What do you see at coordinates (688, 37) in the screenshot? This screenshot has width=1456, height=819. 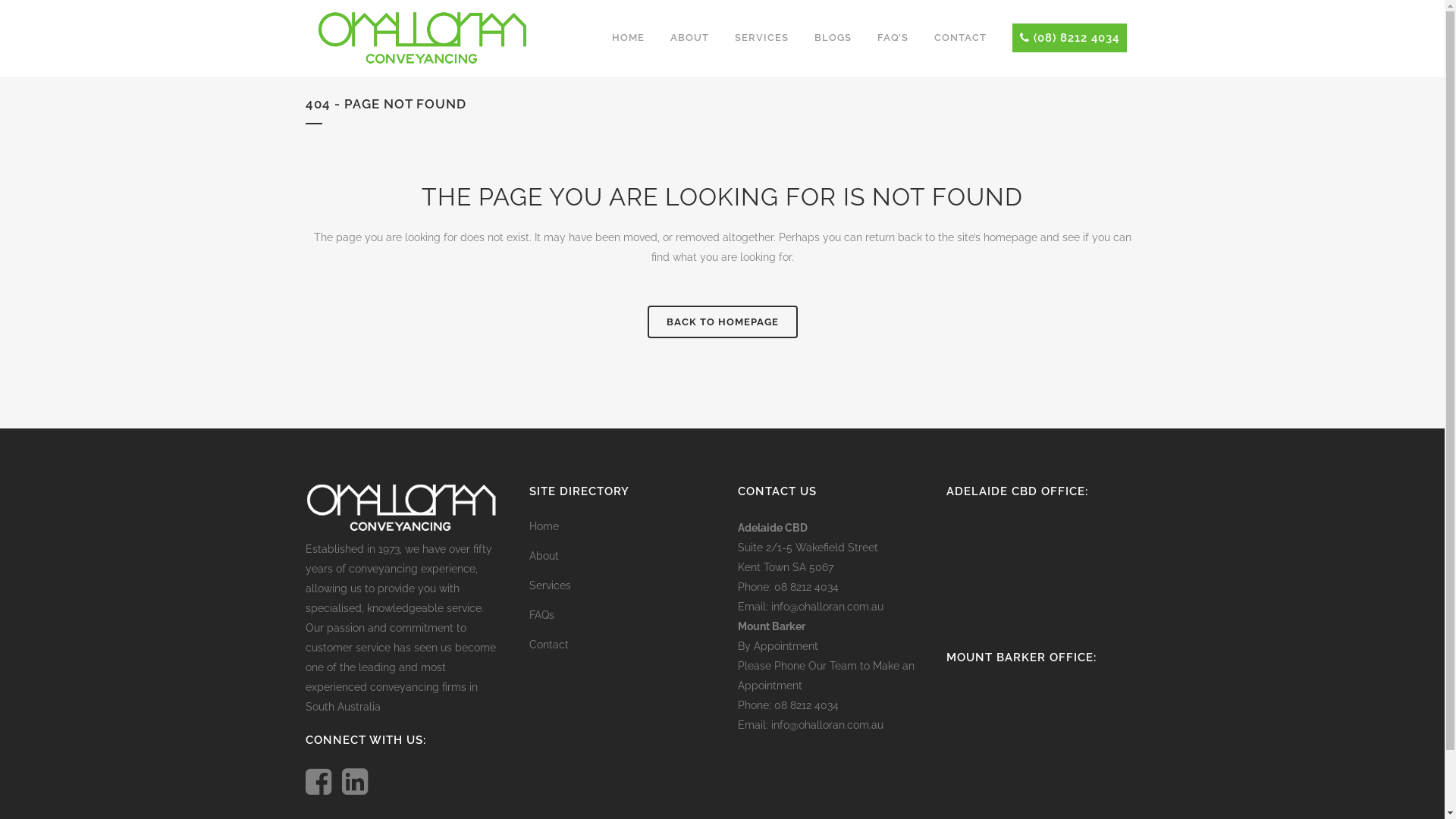 I see `'ABOUT'` at bounding box center [688, 37].